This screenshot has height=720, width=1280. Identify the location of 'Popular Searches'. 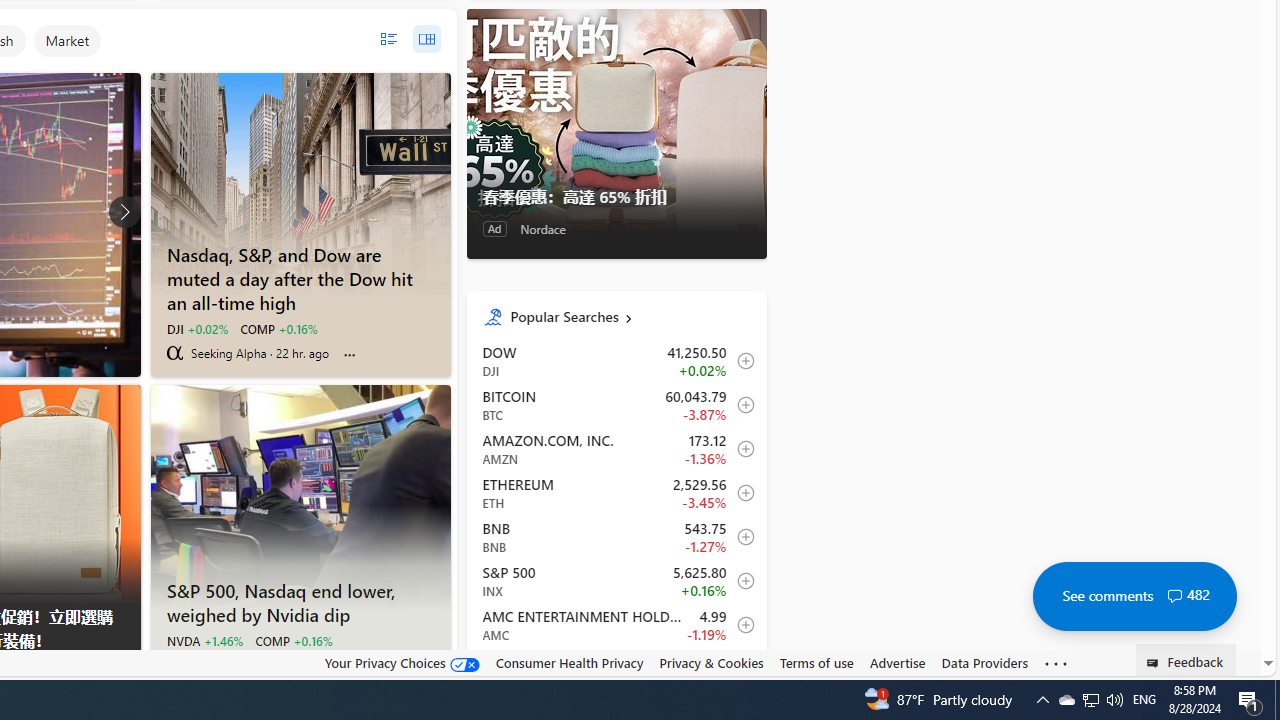
(629, 315).